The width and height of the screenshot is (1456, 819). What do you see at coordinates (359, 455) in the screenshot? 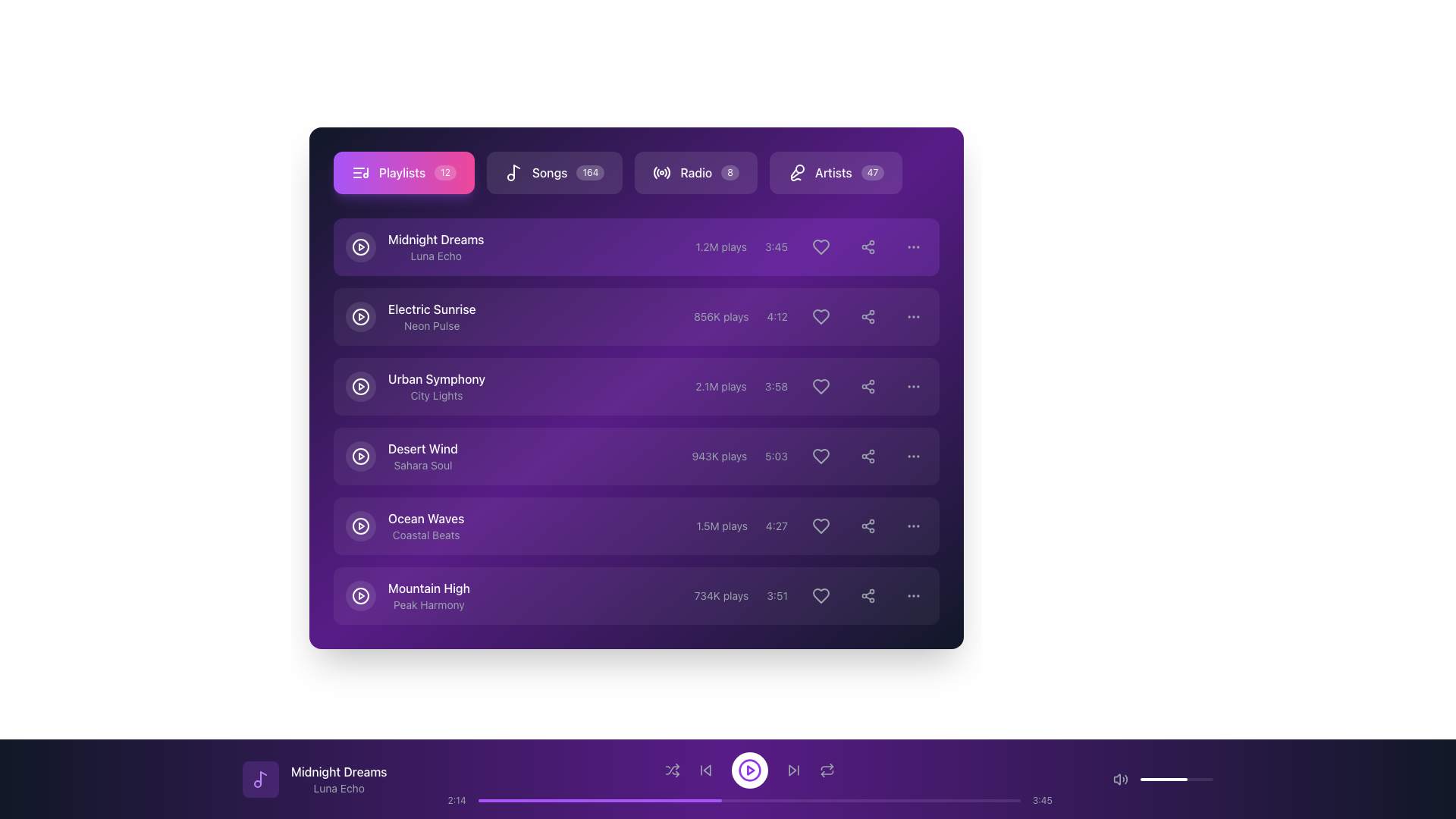
I see `the circular play button icon for the song 'Desert Wind' by 'Sahara Soul'` at bounding box center [359, 455].